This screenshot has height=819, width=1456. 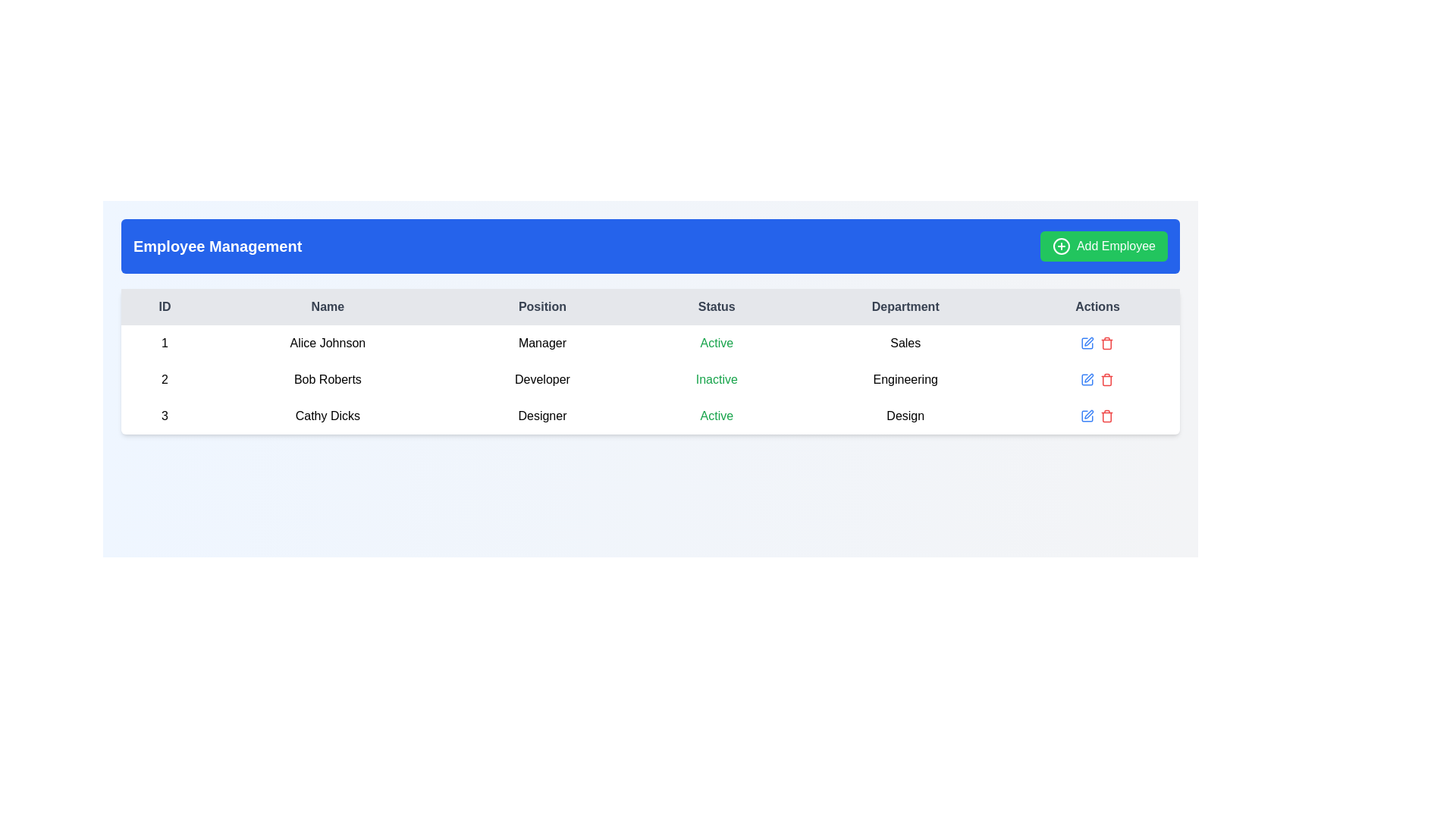 What do you see at coordinates (905, 343) in the screenshot?
I see `the text content of the 'Sales' department label located in the fifth column of the first data row of the table under the header 'Department'` at bounding box center [905, 343].